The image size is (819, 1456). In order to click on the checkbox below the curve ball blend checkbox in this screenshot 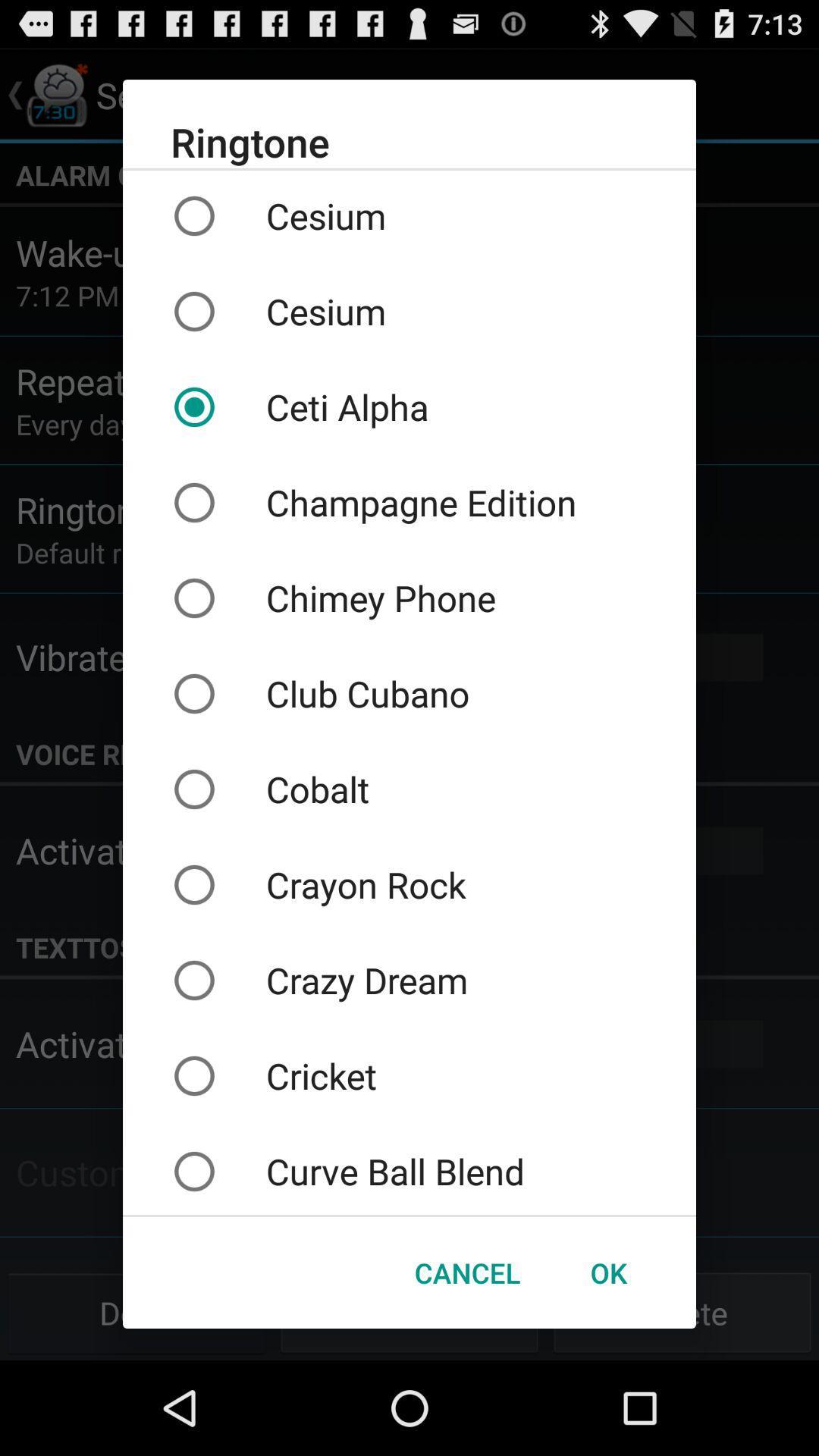, I will do `click(466, 1272)`.